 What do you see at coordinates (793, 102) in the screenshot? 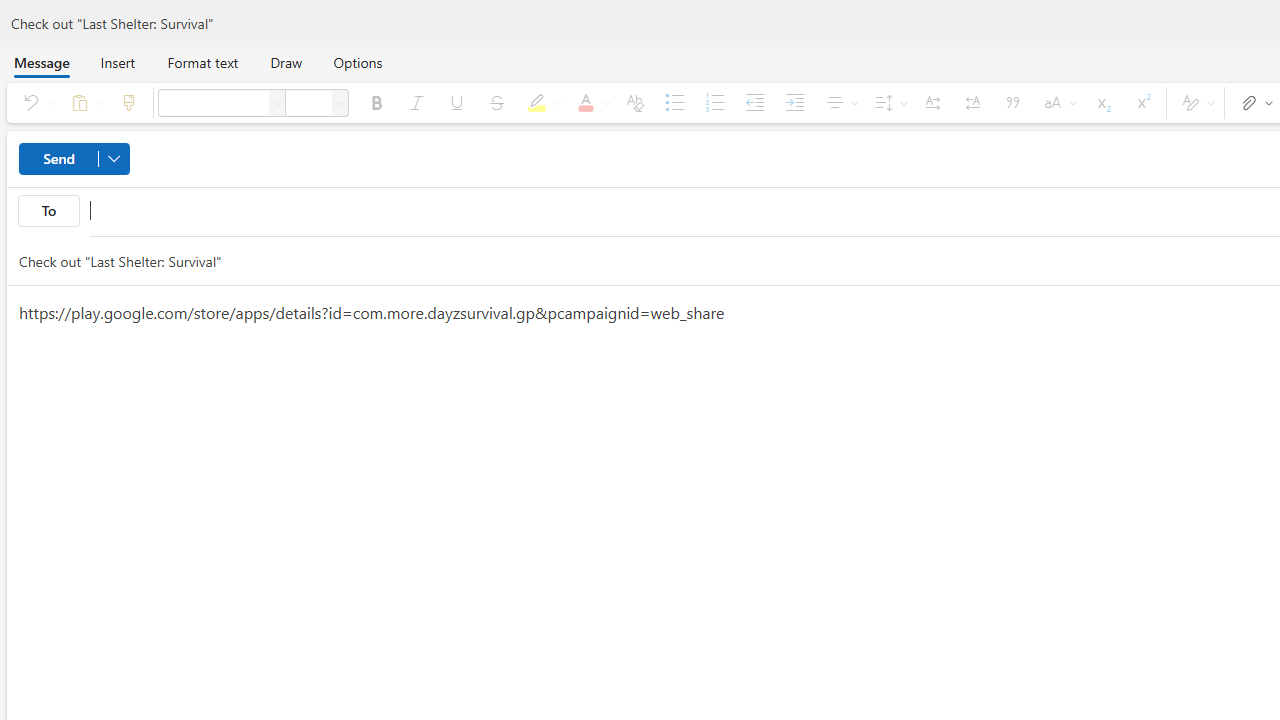
I see `'Increase indent'` at bounding box center [793, 102].